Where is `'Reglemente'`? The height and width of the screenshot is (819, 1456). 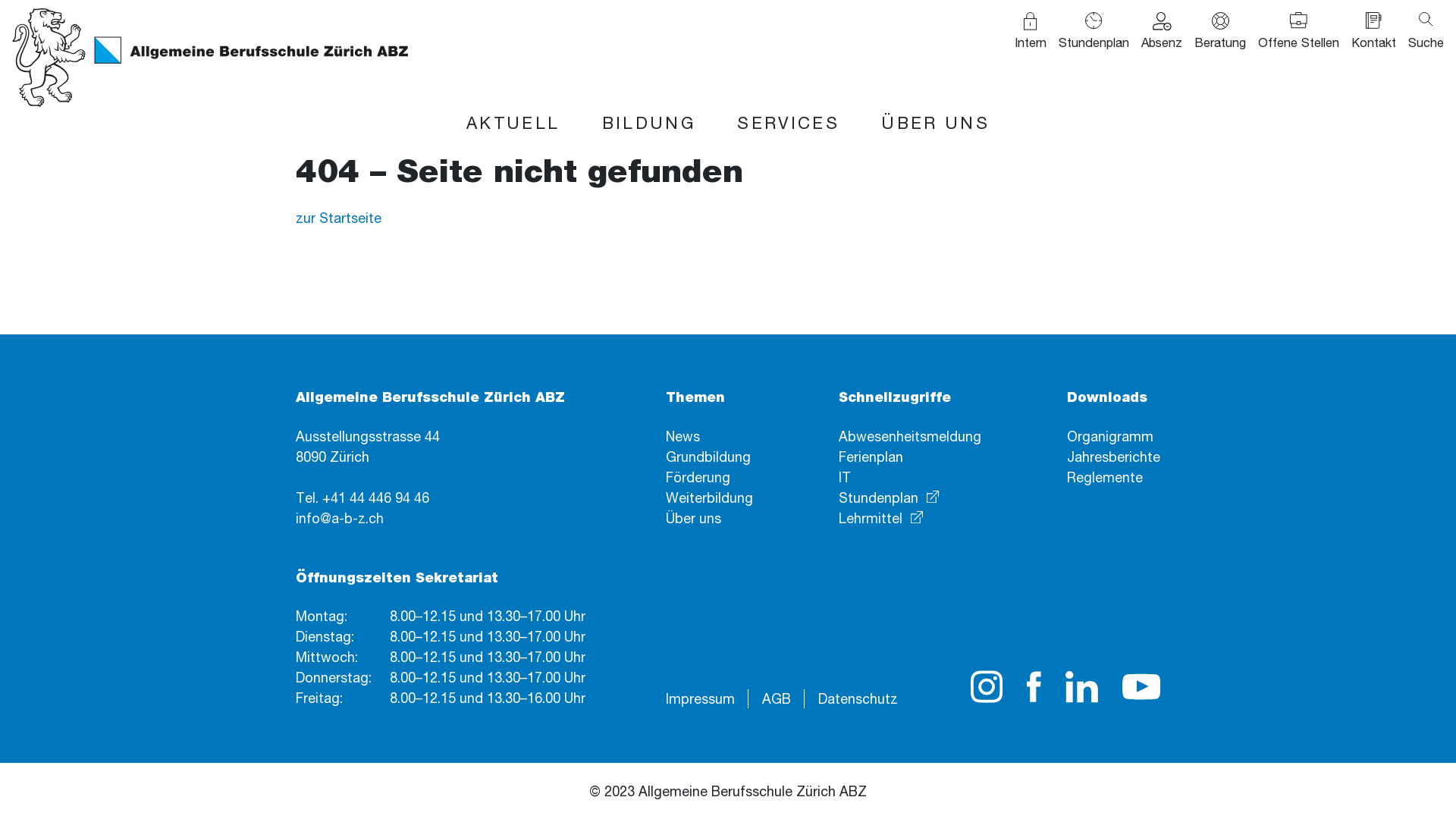
'Reglemente' is located at coordinates (1065, 475).